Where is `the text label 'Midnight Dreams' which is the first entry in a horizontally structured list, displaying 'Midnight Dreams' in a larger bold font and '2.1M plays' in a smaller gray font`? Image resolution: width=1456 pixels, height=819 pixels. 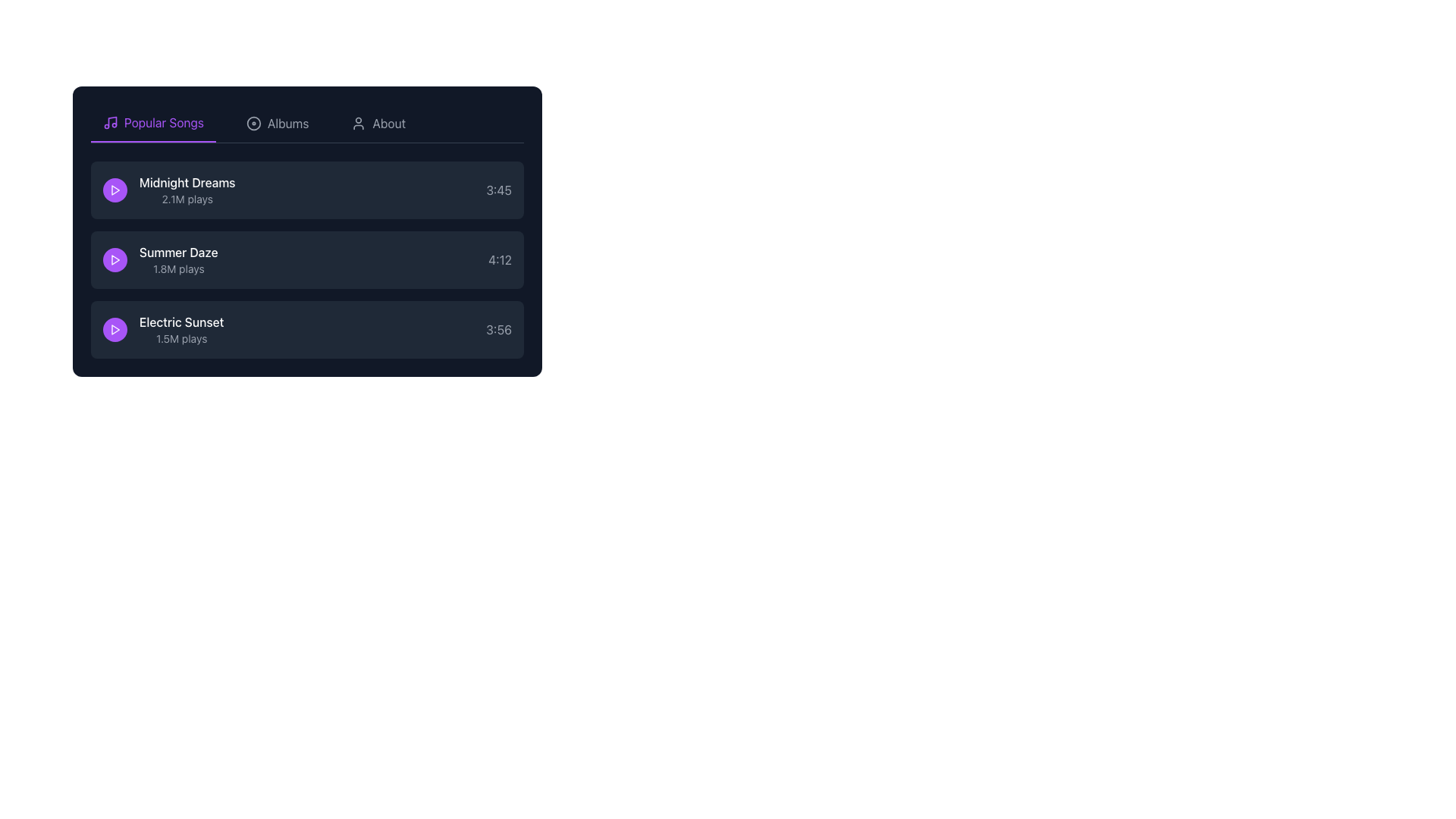 the text label 'Midnight Dreams' which is the first entry in a horizontally structured list, displaying 'Midnight Dreams' in a larger bold font and '2.1M plays' in a smaller gray font is located at coordinates (169, 189).